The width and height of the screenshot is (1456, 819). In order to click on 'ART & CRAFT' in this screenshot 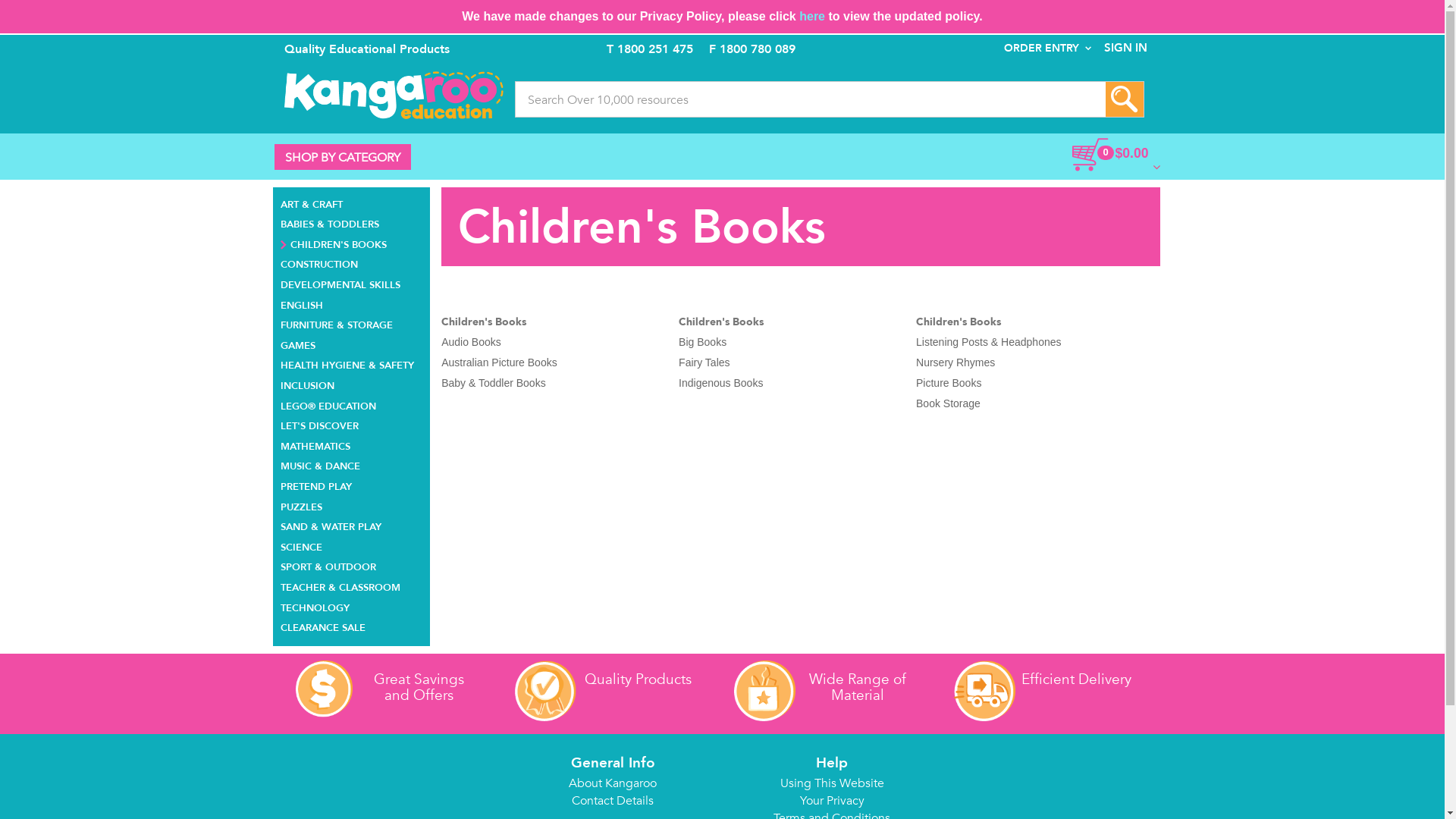, I will do `click(311, 202)`.